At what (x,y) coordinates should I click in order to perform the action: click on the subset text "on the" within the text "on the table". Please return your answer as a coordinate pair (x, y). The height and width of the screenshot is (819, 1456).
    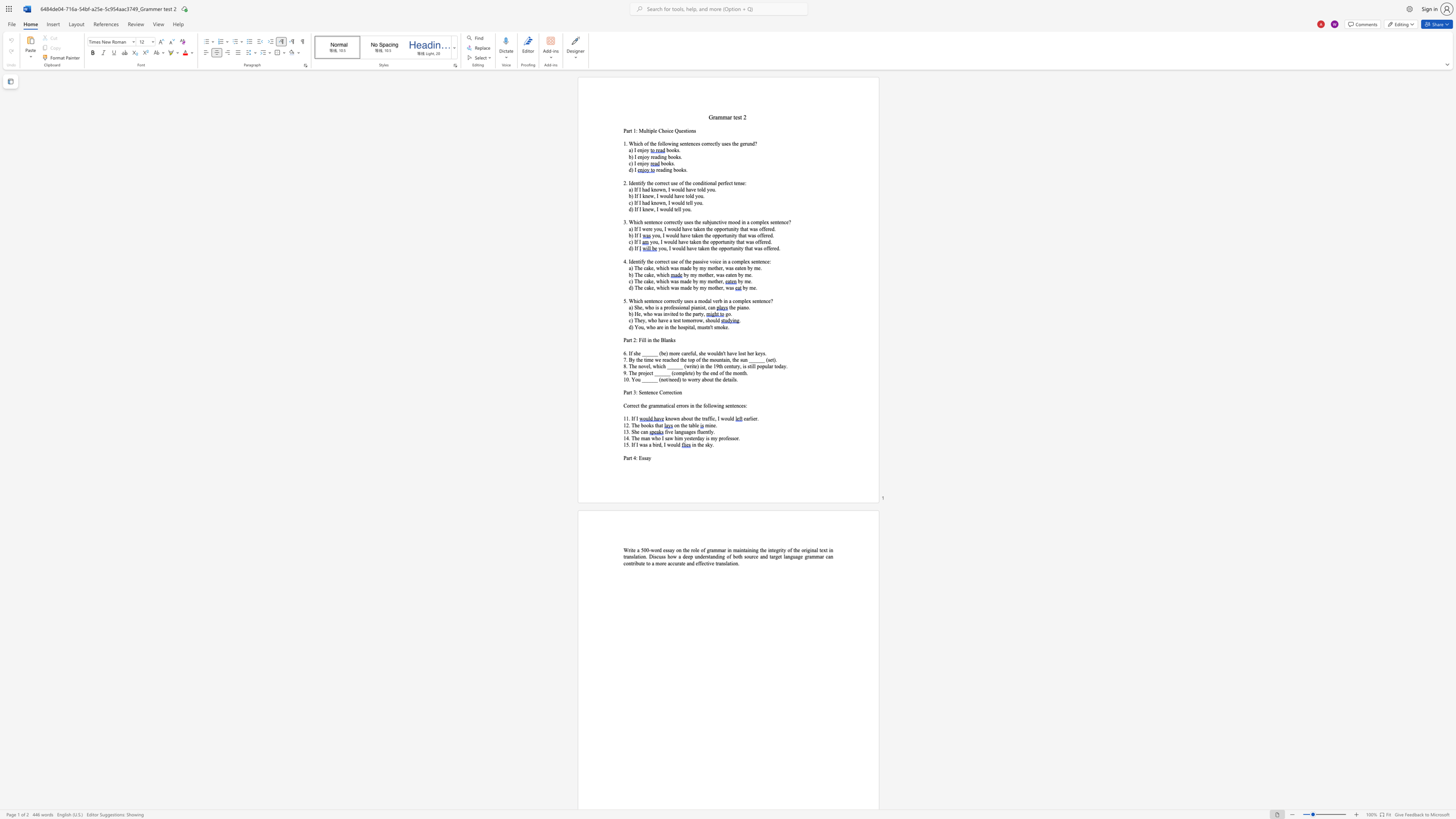
    Looking at the image, I should click on (674, 425).